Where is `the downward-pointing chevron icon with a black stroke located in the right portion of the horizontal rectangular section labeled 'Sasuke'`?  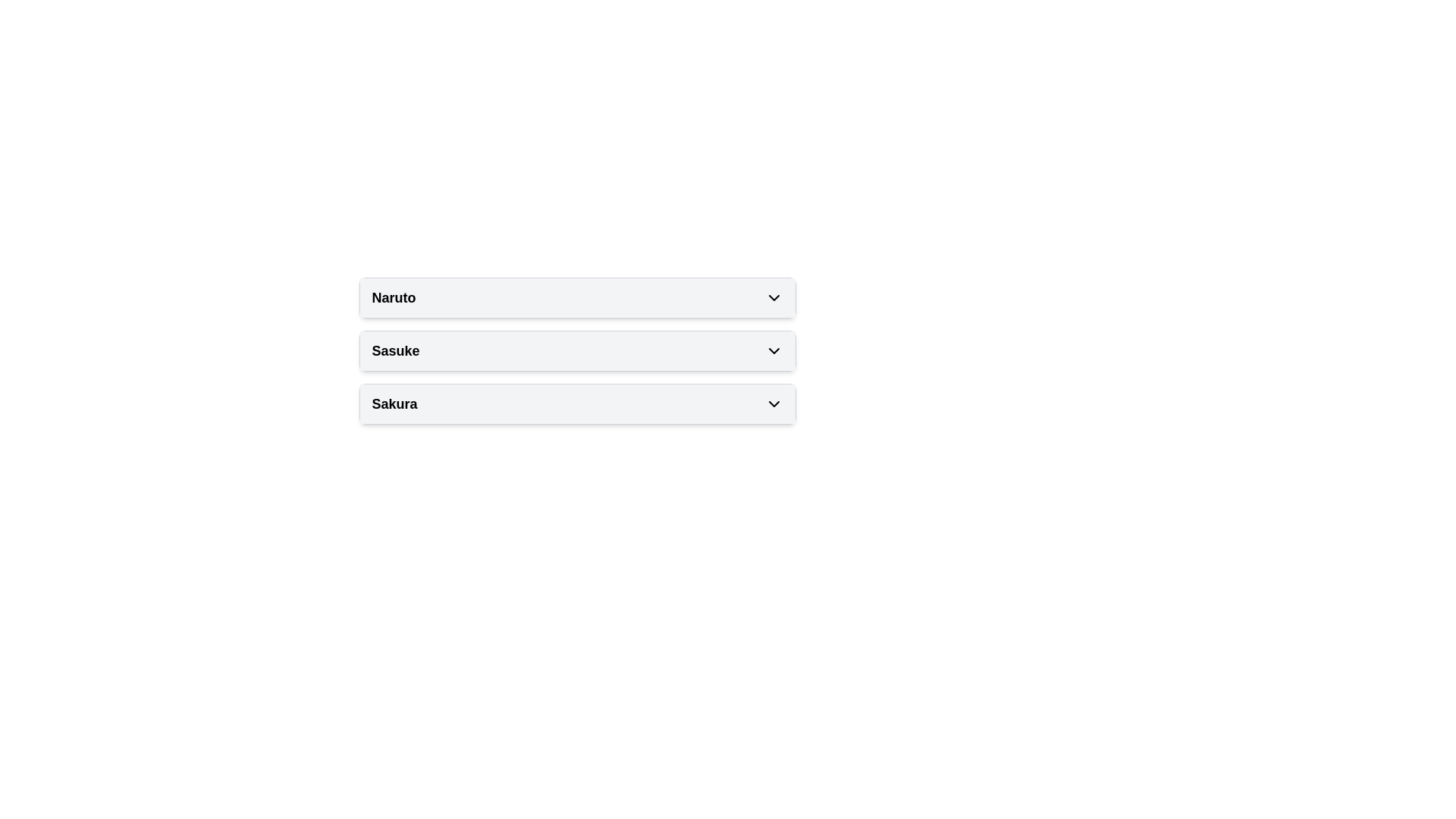
the downward-pointing chevron icon with a black stroke located in the right portion of the horizontal rectangular section labeled 'Sasuke' is located at coordinates (773, 350).